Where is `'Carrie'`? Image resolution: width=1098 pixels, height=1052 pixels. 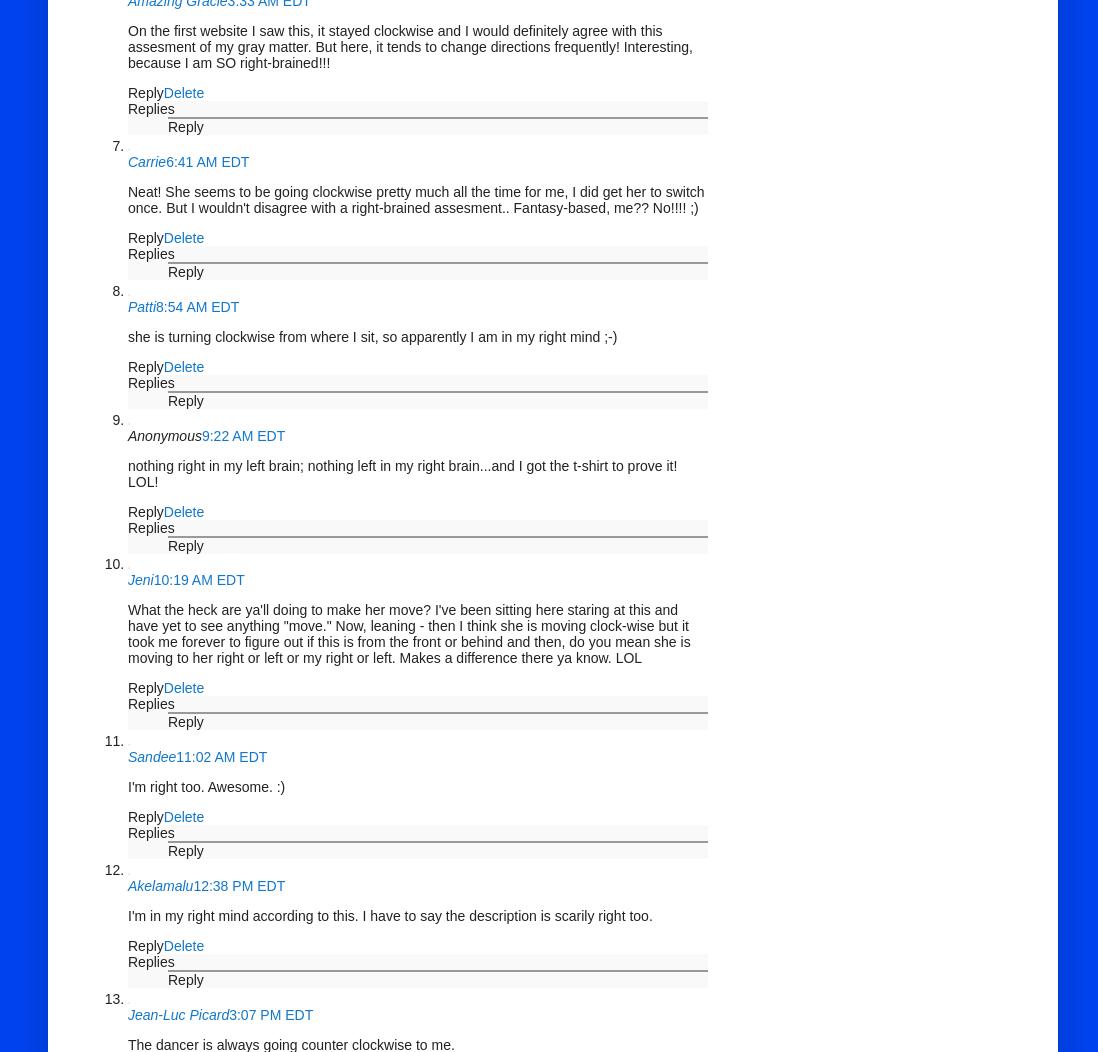 'Carrie' is located at coordinates (147, 159).